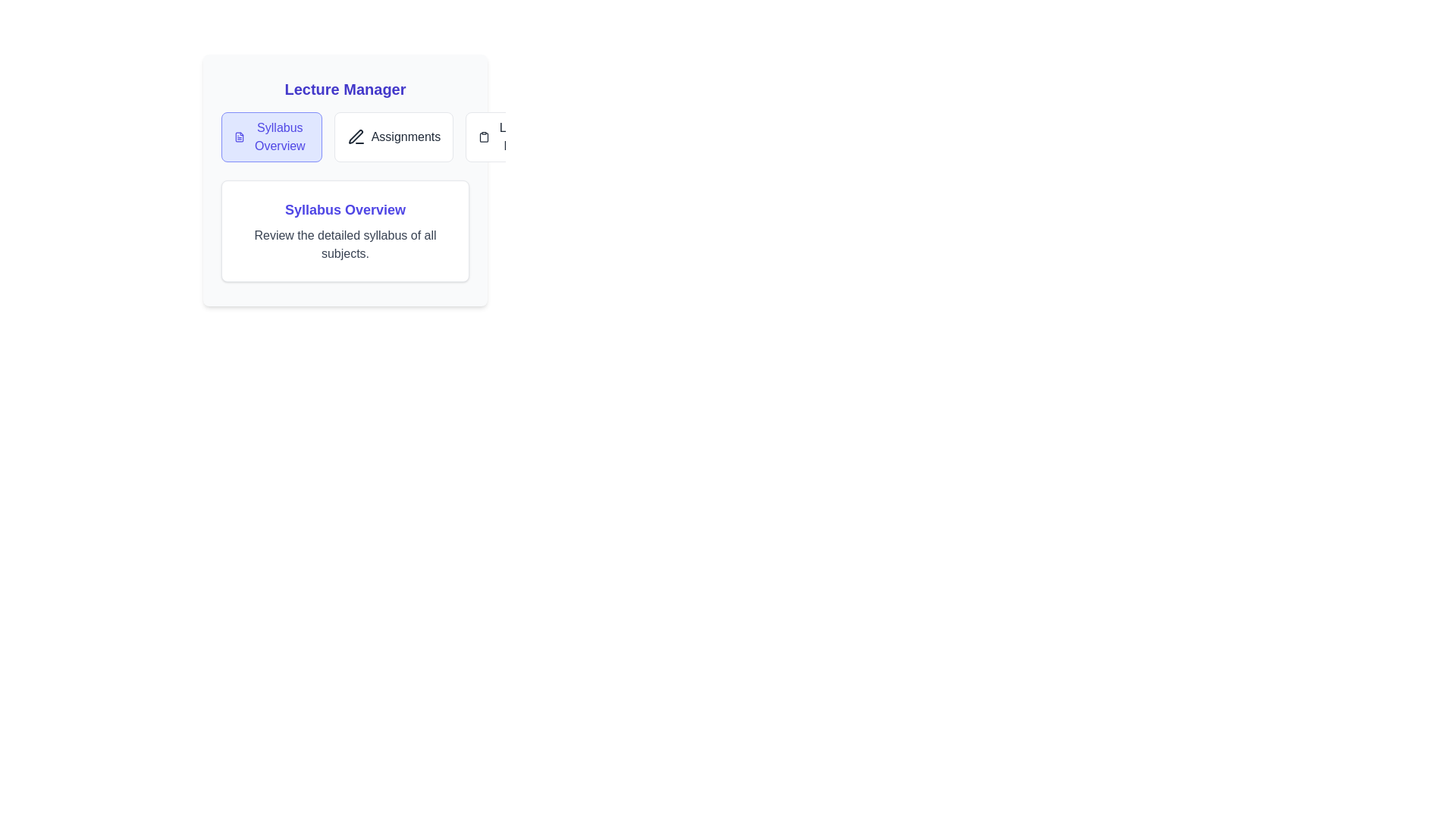 The height and width of the screenshot is (819, 1456). Describe the element at coordinates (239, 137) in the screenshot. I see `the SVG Icon representing the syllabus document, located inside the 'Syllabus Overview' button, to the left of the textual label` at that location.